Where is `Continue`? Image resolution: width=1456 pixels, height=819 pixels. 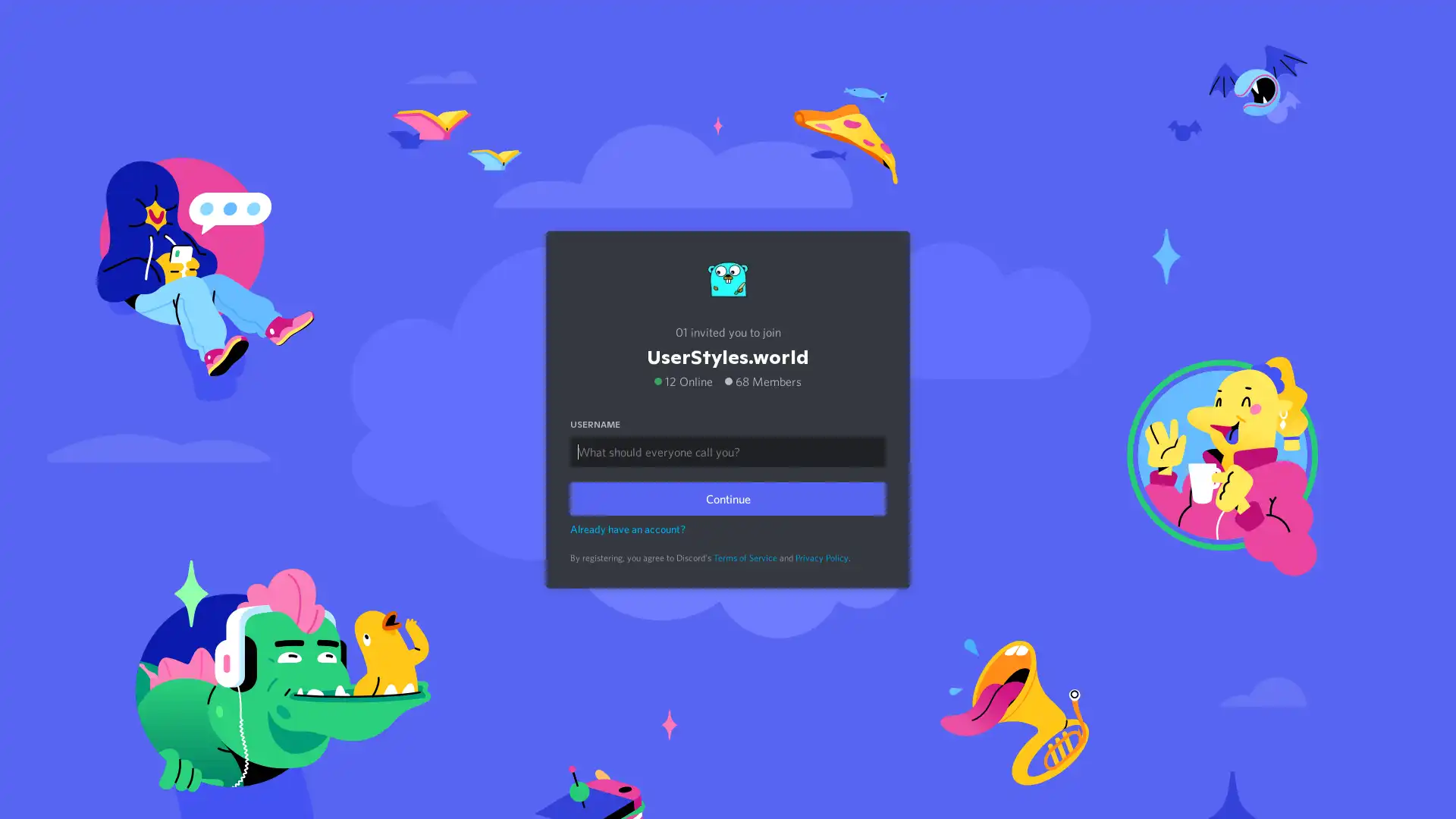 Continue is located at coordinates (728, 497).